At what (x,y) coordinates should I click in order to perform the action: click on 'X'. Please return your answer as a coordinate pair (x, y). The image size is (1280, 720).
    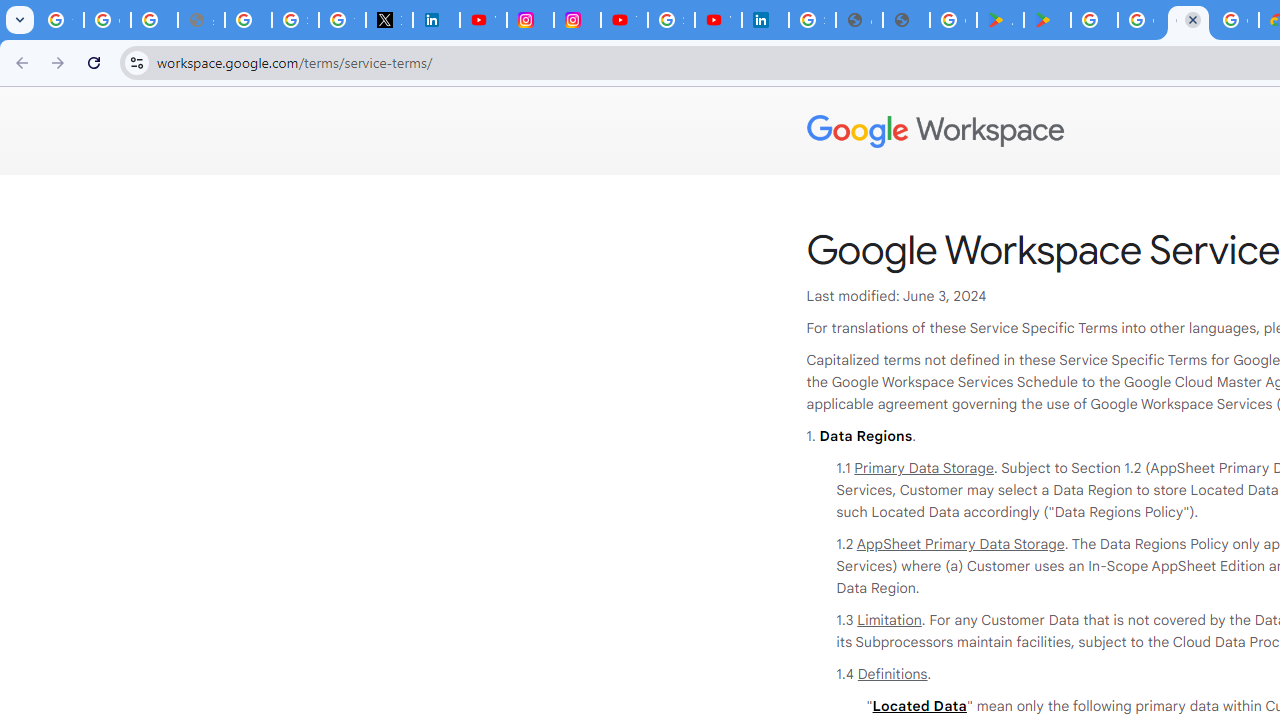
    Looking at the image, I should click on (389, 20).